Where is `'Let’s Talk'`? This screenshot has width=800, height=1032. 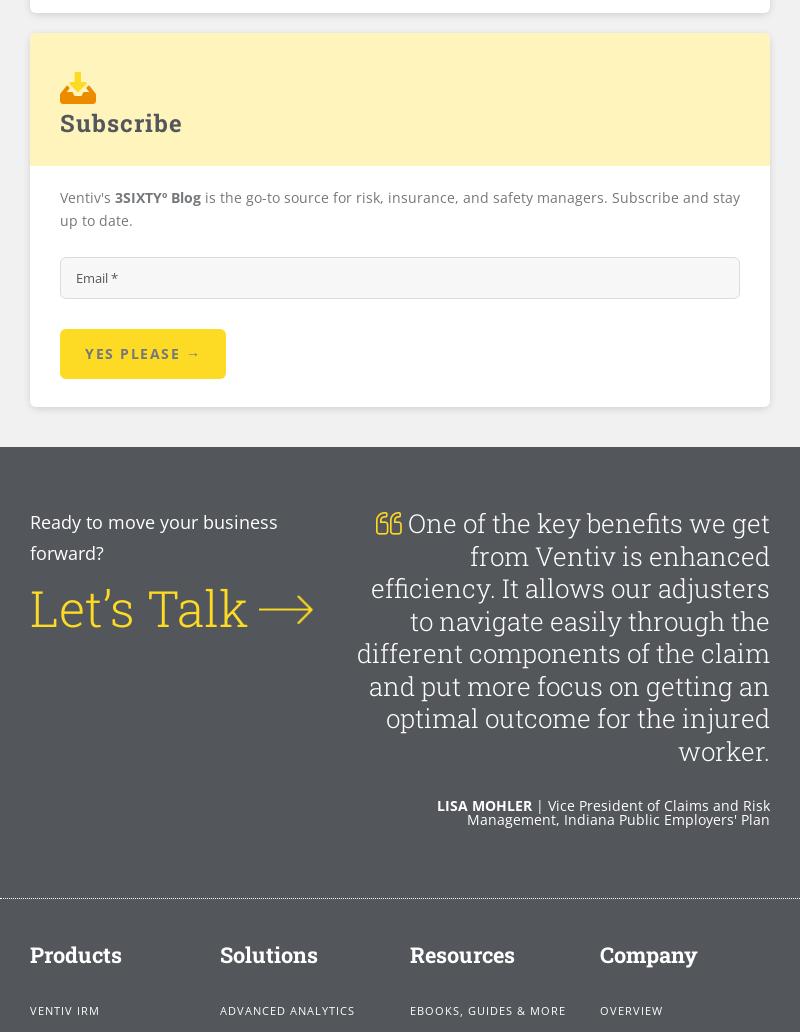
'Let’s Talk' is located at coordinates (30, 607).